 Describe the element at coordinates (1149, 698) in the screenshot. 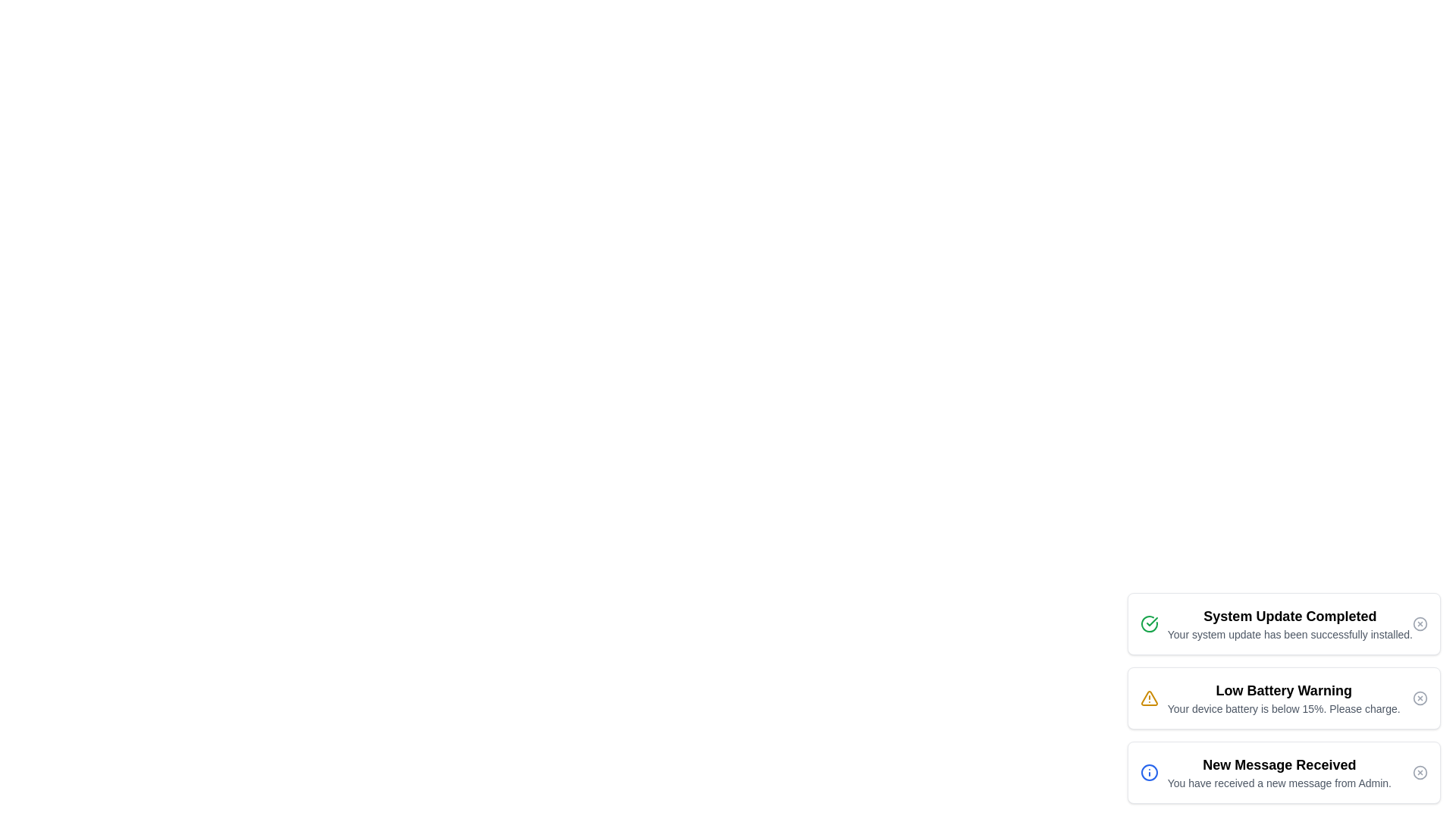

I see `the Triangle Warning Icon located to the left of the 'Low Battery Warning' text in the second notification card` at that location.